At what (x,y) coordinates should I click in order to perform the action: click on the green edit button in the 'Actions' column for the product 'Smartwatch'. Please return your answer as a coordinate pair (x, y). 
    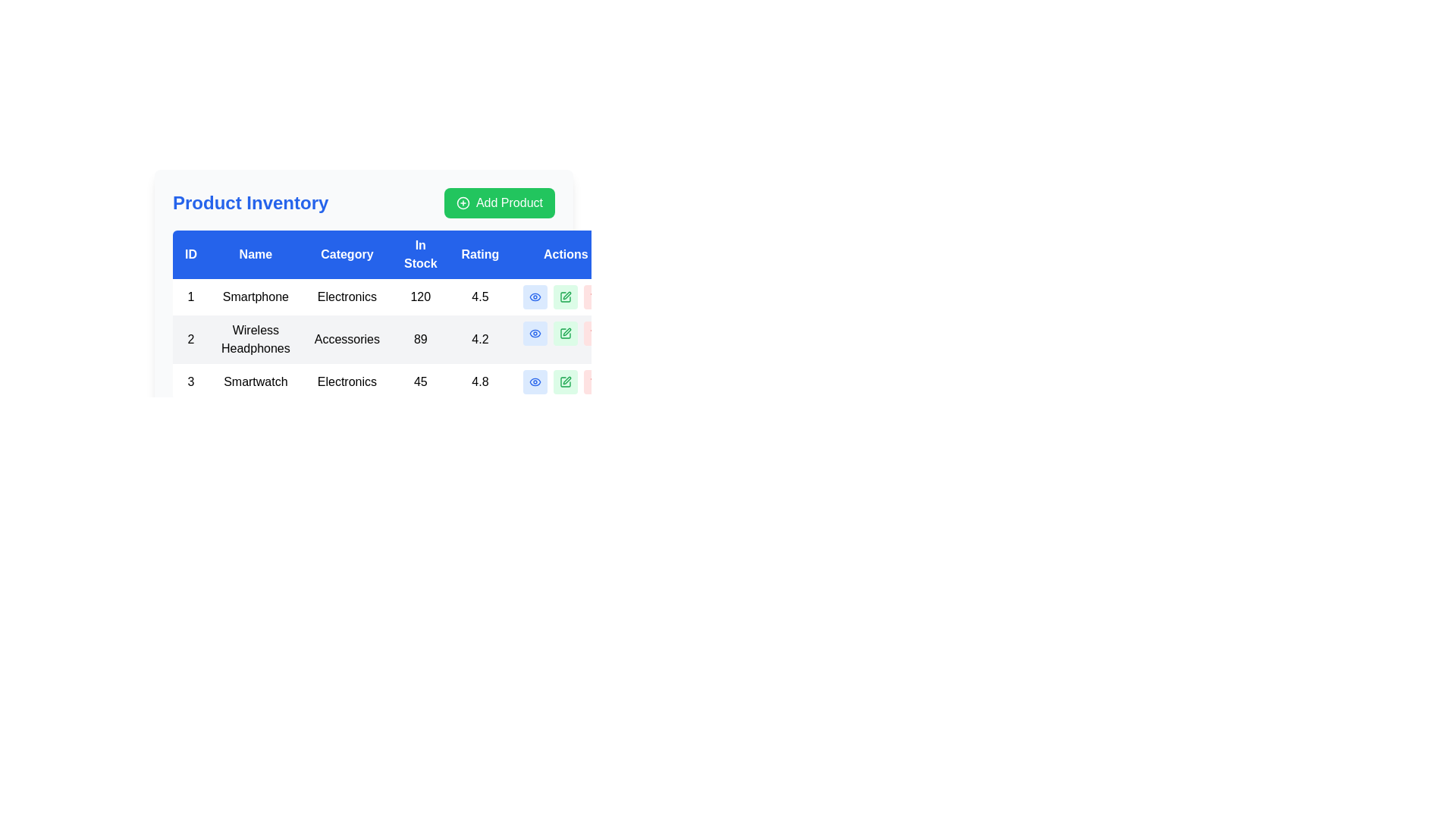
    Looking at the image, I should click on (565, 381).